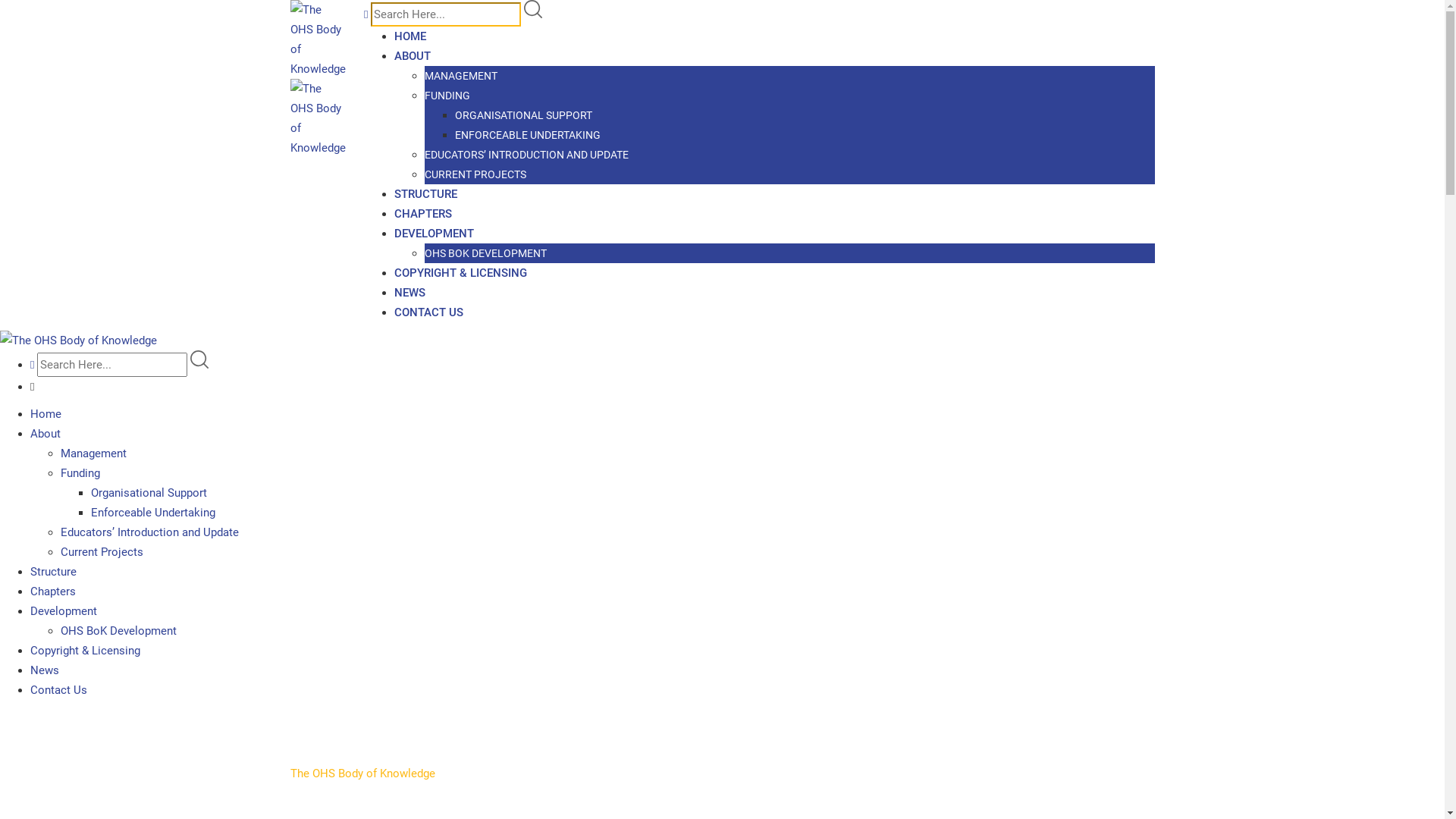  What do you see at coordinates (475, 174) in the screenshot?
I see `'CURRENT PROJECTS'` at bounding box center [475, 174].